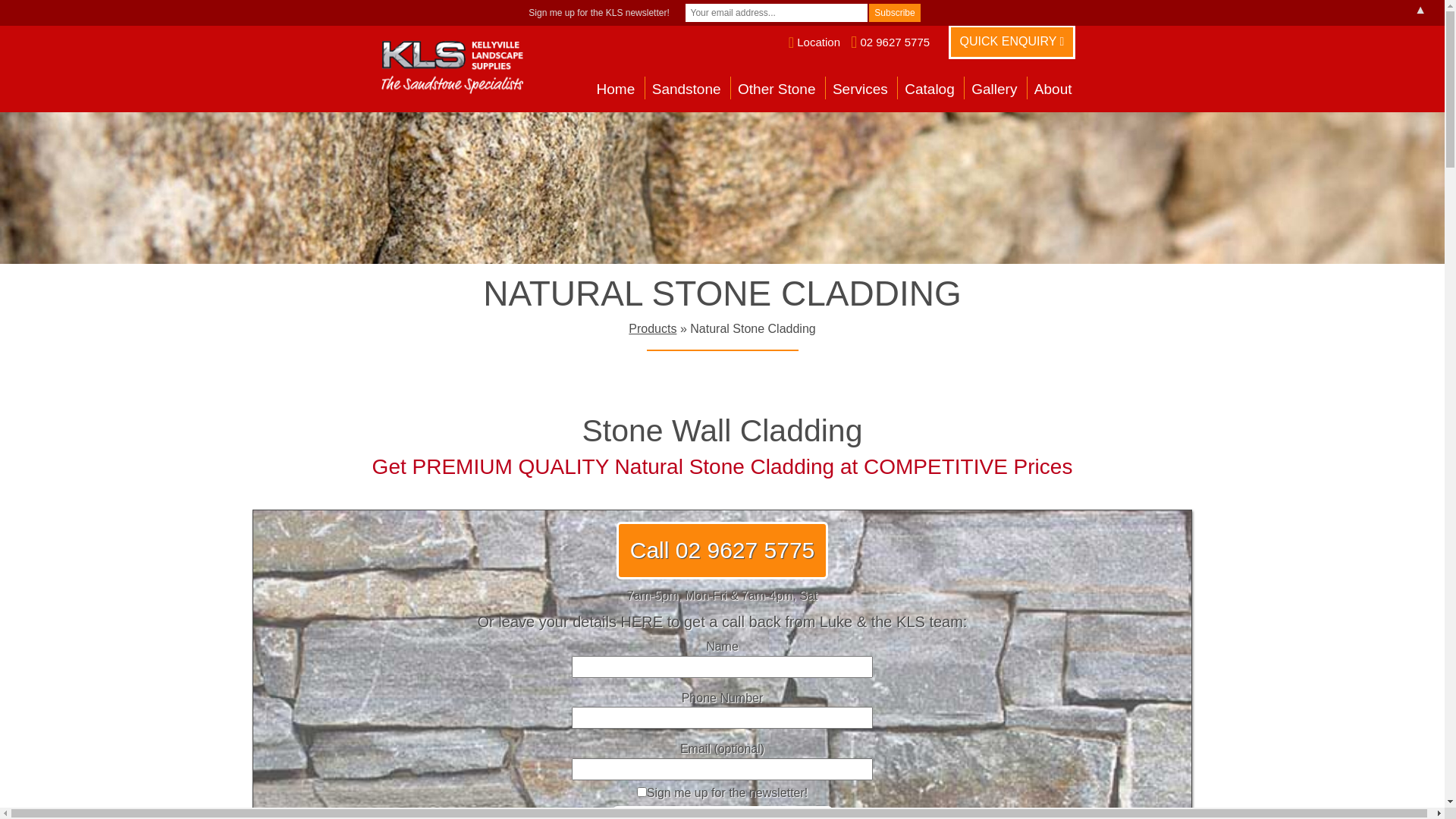  Describe the element at coordinates (993, 91) in the screenshot. I see `'Gallery'` at that location.